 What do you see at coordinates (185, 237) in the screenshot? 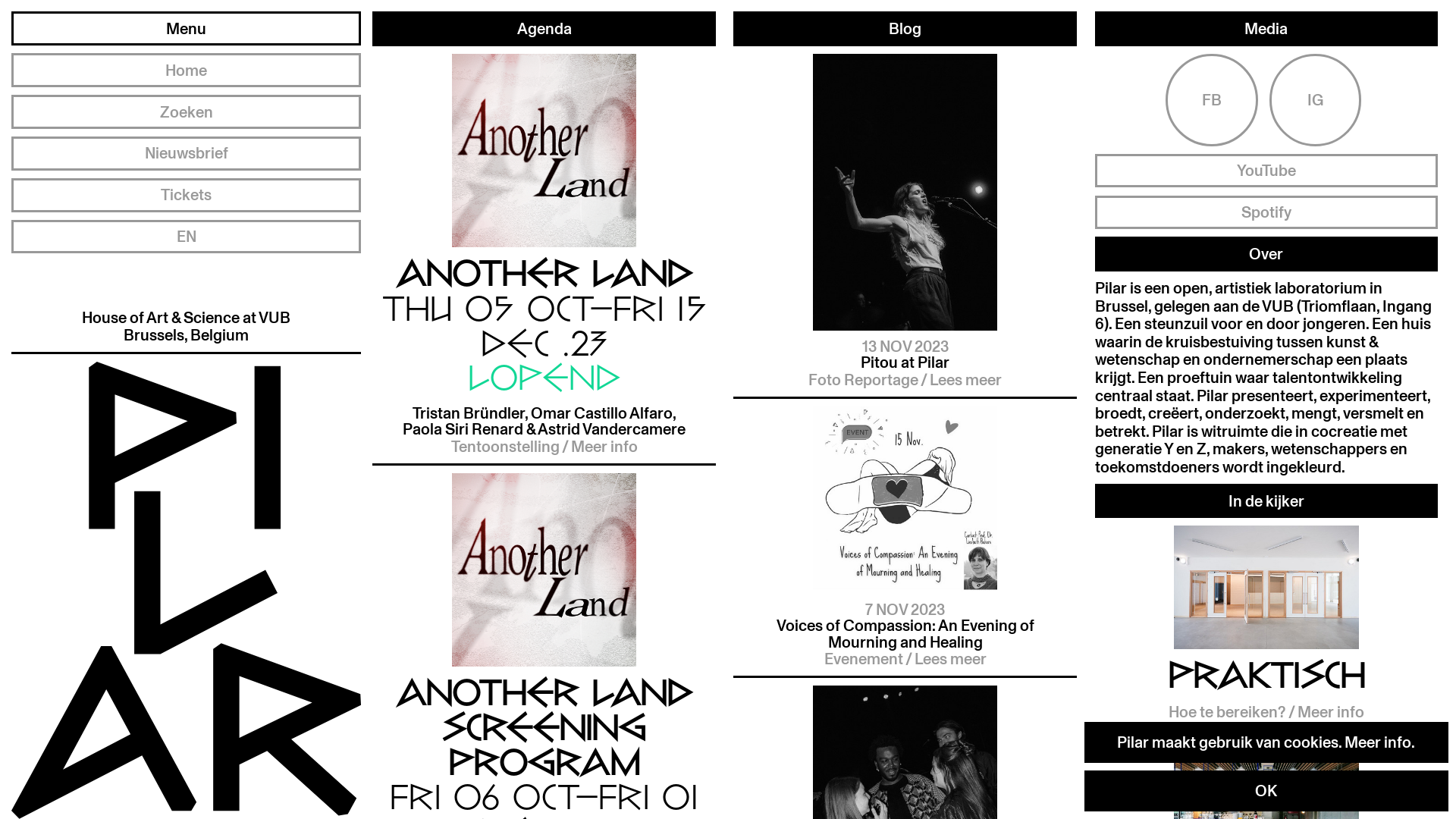
I see `'EN'` at bounding box center [185, 237].